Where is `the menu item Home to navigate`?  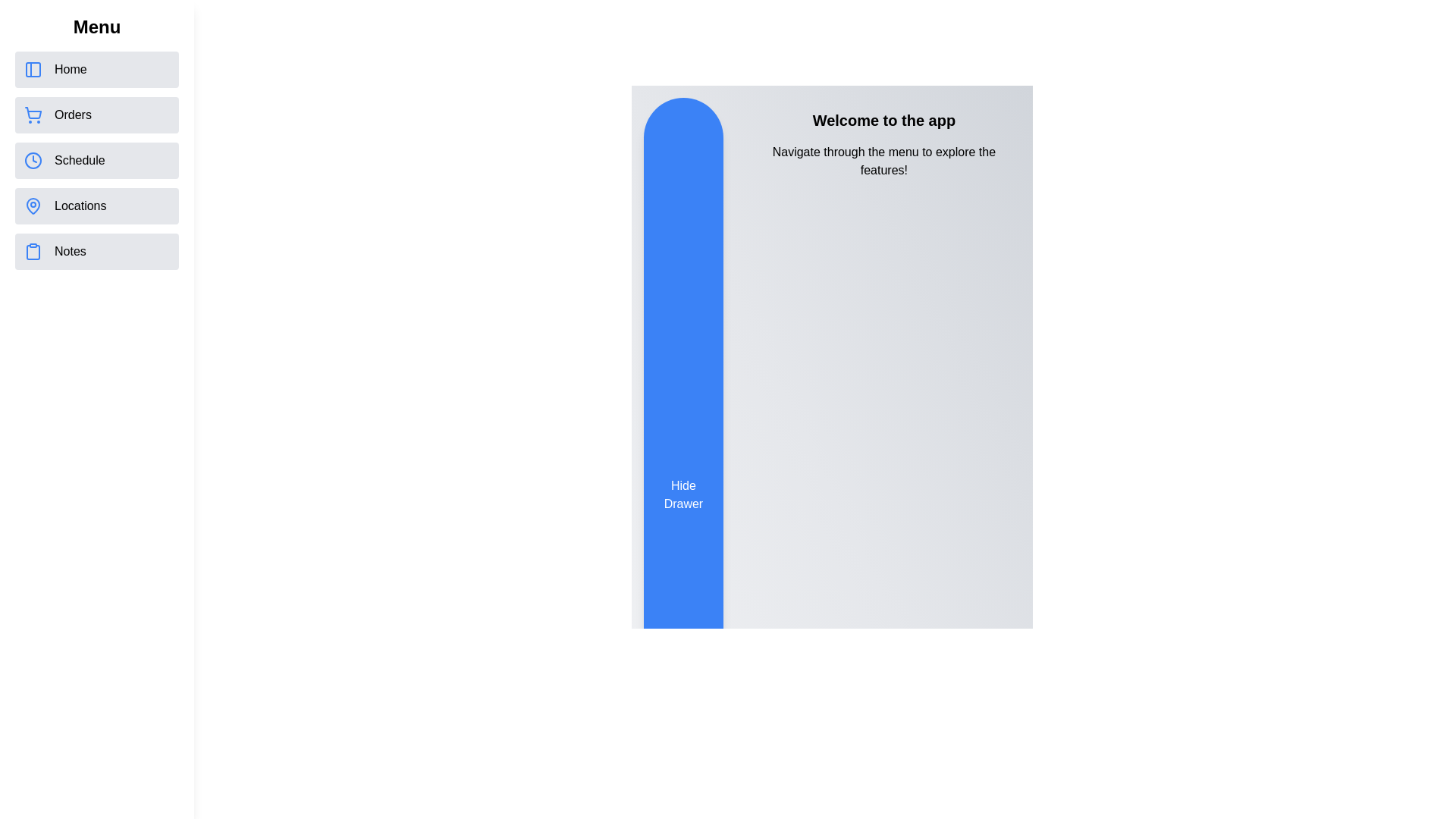 the menu item Home to navigate is located at coordinates (96, 70).